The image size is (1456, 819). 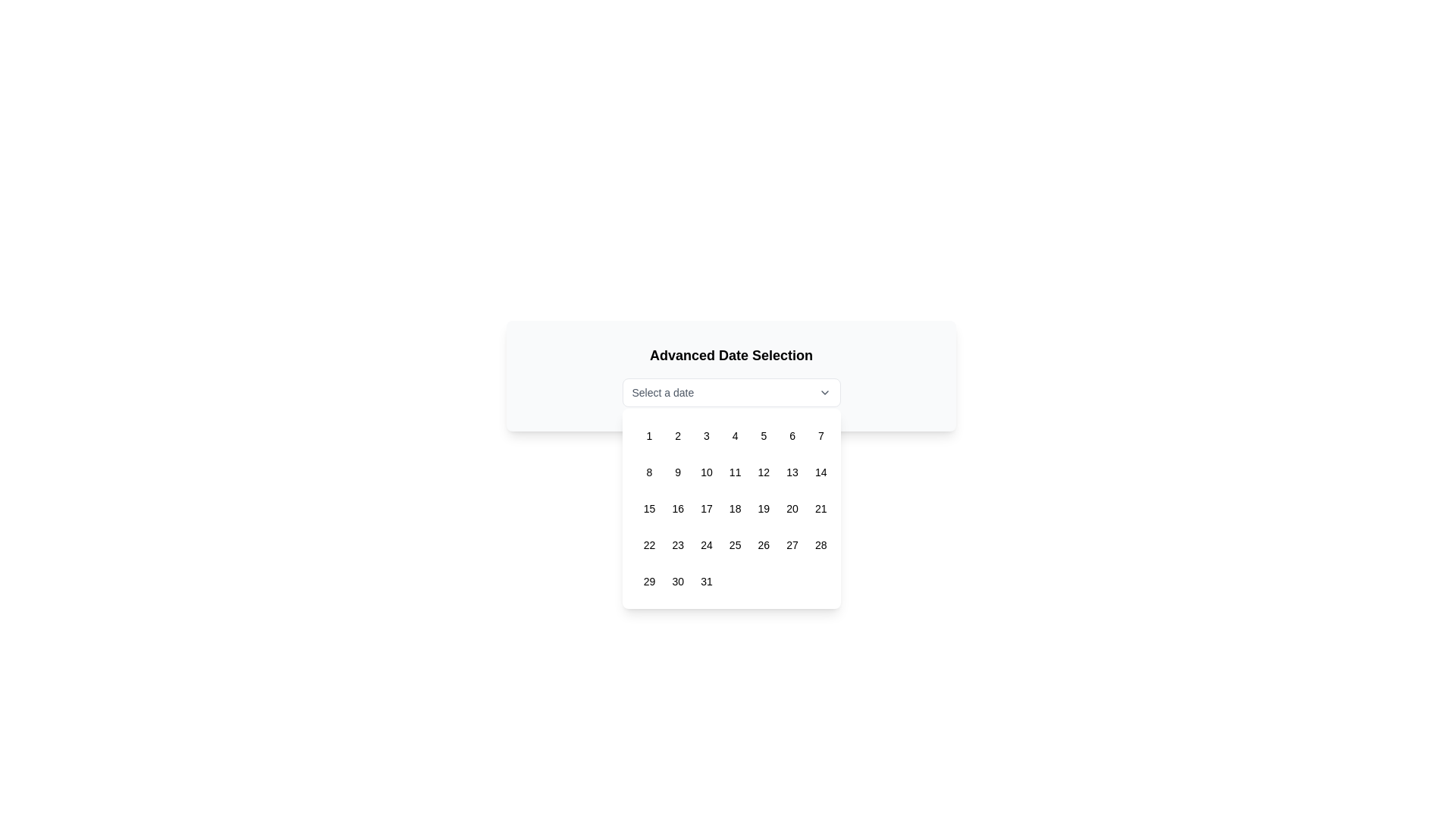 What do you see at coordinates (820, 435) in the screenshot?
I see `the circular button labeled '7' located in the first row, seventh column of the calendar grid under the 'Advanced Date Selection' panel` at bounding box center [820, 435].